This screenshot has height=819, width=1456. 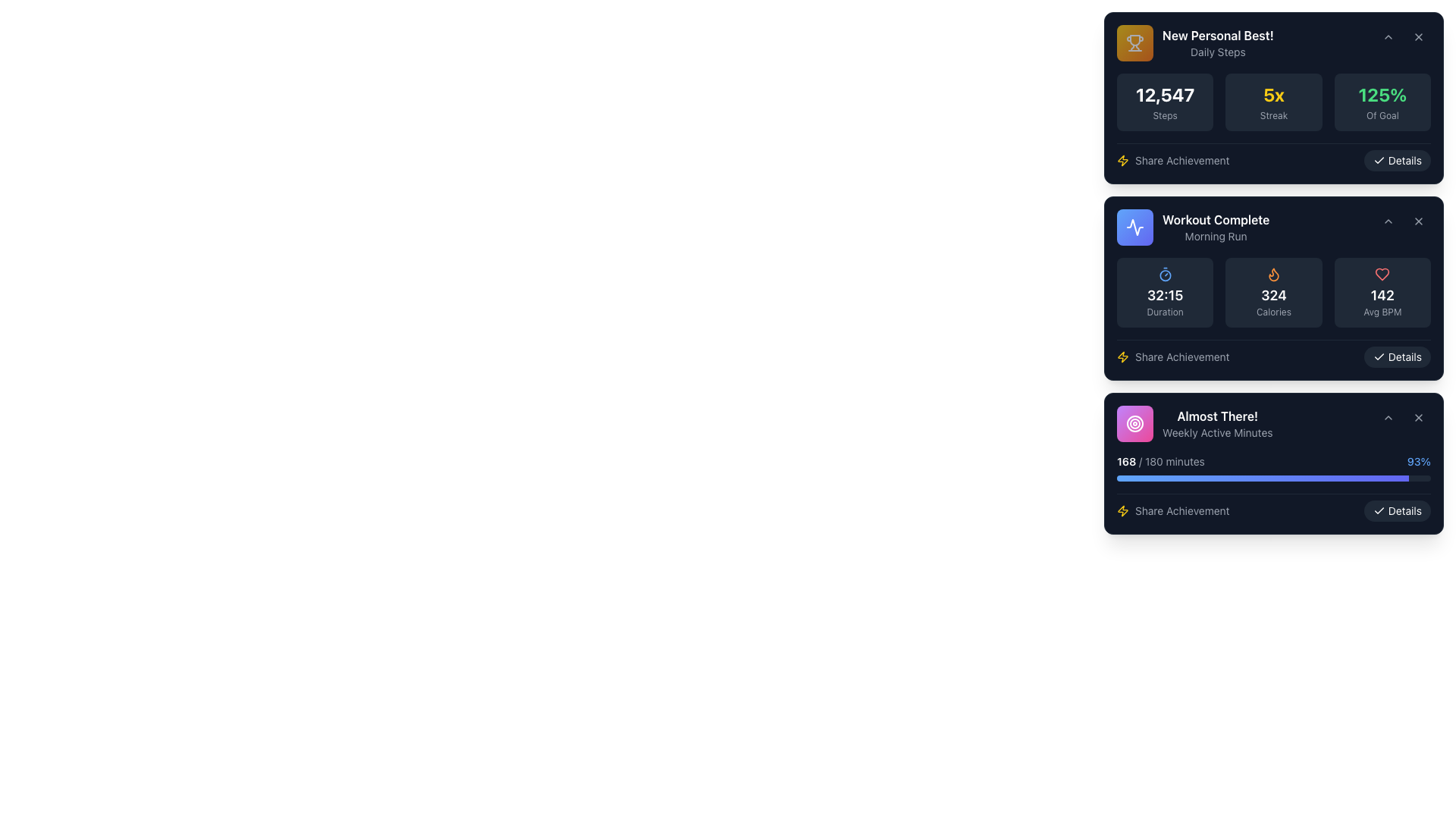 I want to click on the value of the streak multiplier displayed in the label located within the 'New Personal Best!' section of the achievements card, positioned centrally in the upper half, to the right of the '12,547 Steps' display and to the left of '125% Of Goal.', so click(x=1274, y=94).